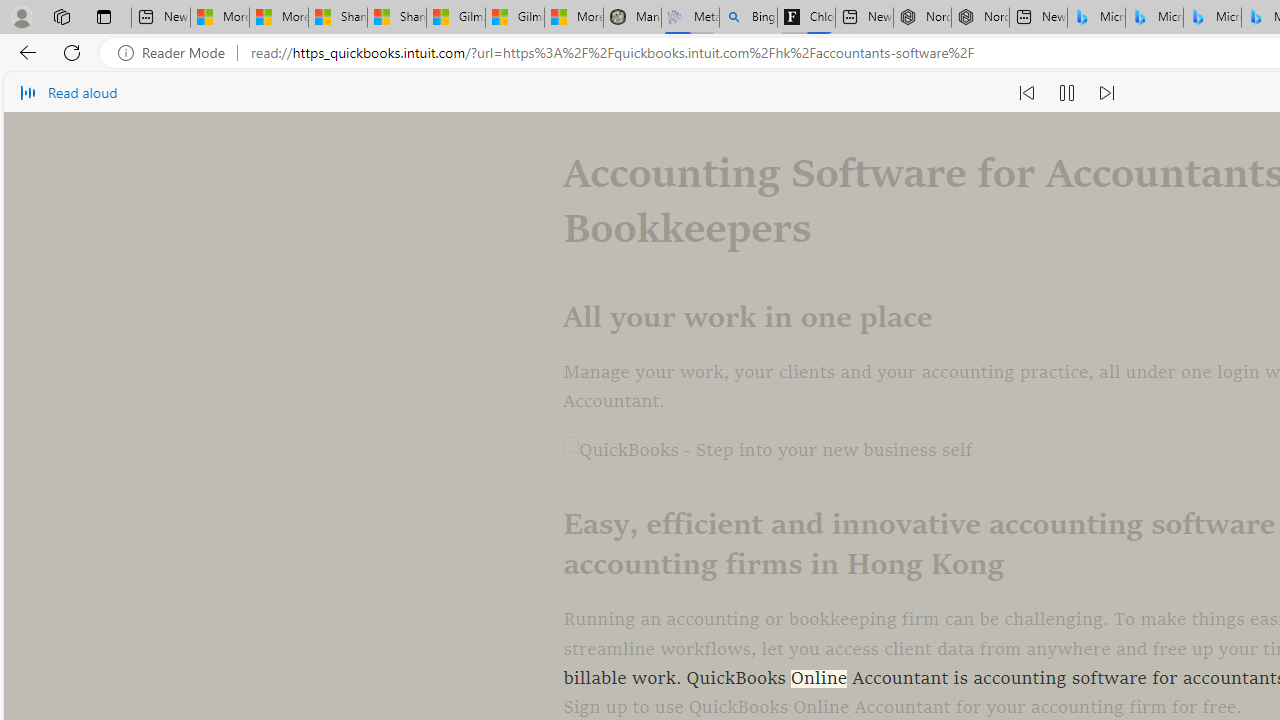  What do you see at coordinates (177, 52) in the screenshot?
I see `'Reader Mode'` at bounding box center [177, 52].